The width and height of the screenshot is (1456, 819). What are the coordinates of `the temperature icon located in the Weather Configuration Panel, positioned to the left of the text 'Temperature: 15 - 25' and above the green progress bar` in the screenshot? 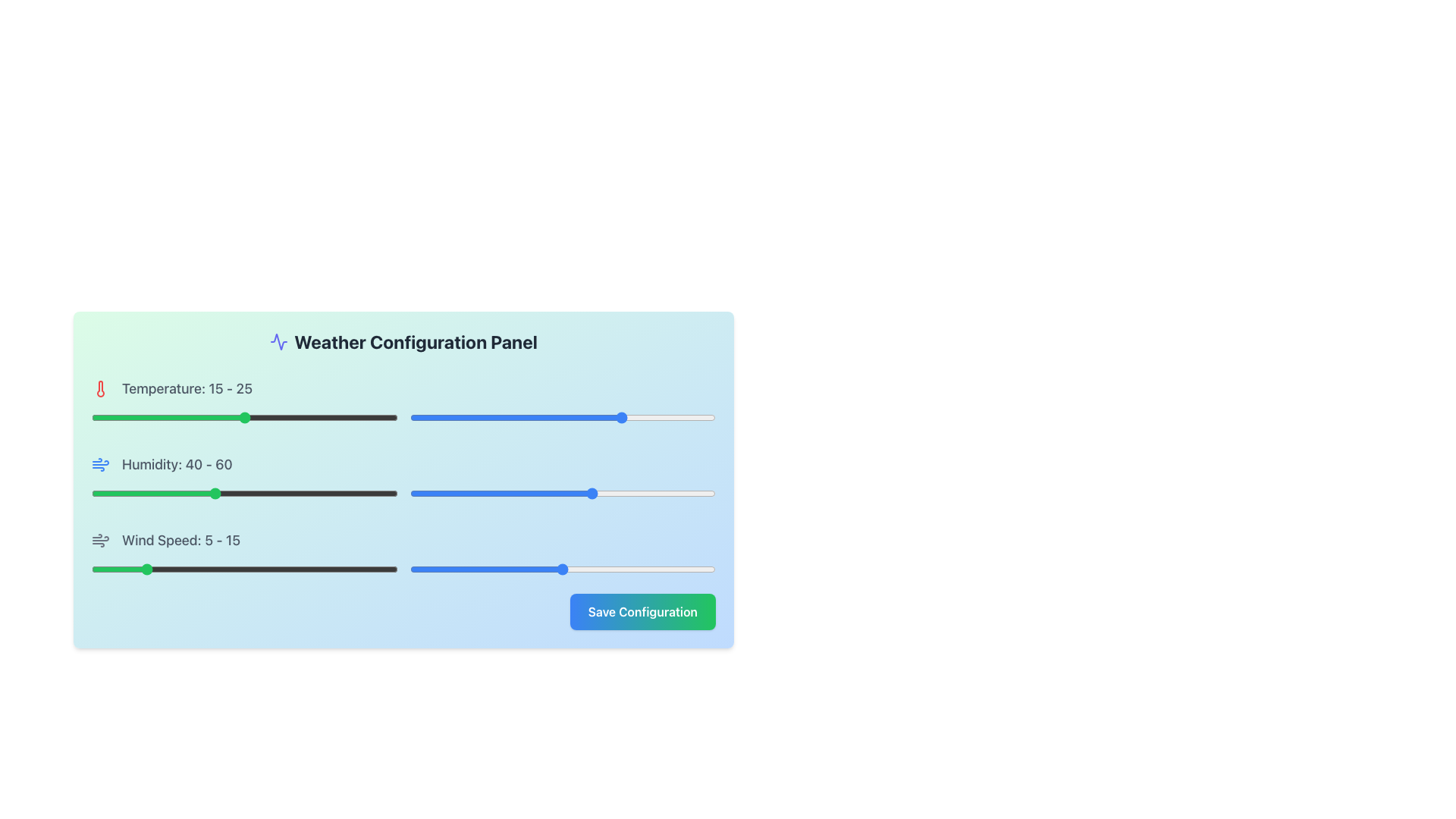 It's located at (100, 388).